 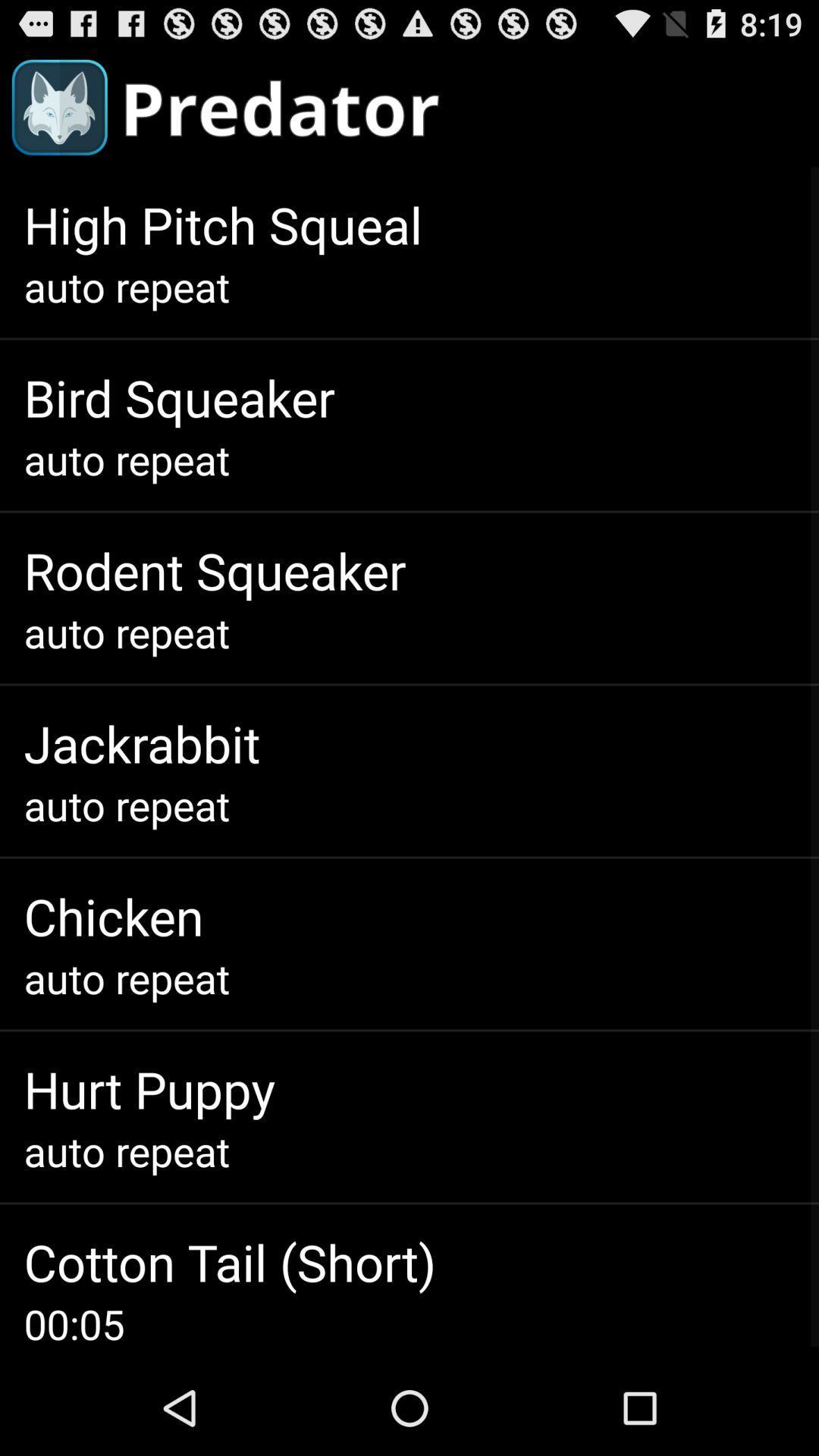 I want to click on icon below the cotton tail (short), so click(x=74, y=1323).